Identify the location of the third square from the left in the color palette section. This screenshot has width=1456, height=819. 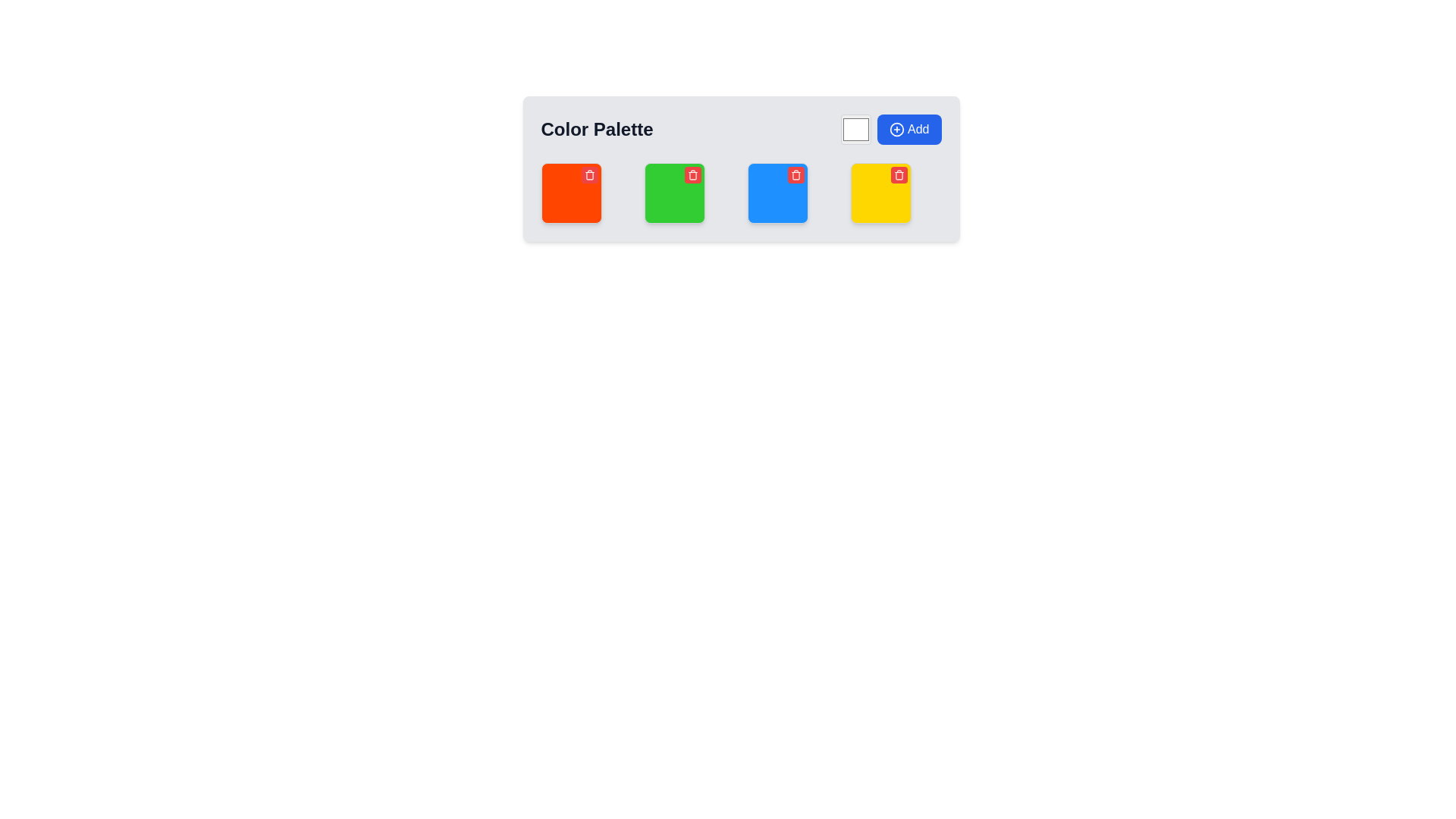
(741, 169).